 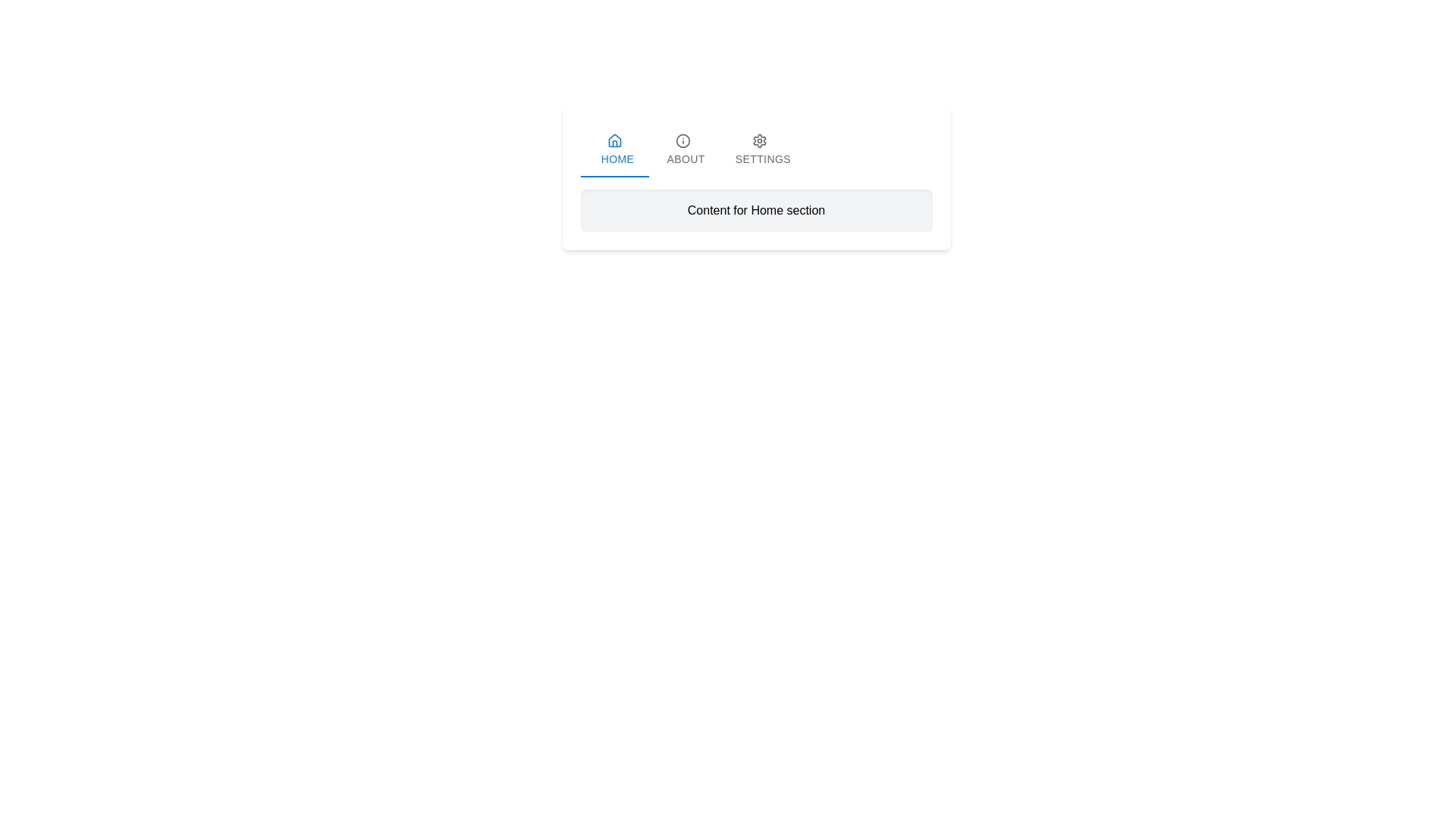 What do you see at coordinates (760, 141) in the screenshot?
I see `the Settings SVG icon located in the navigation bar` at bounding box center [760, 141].